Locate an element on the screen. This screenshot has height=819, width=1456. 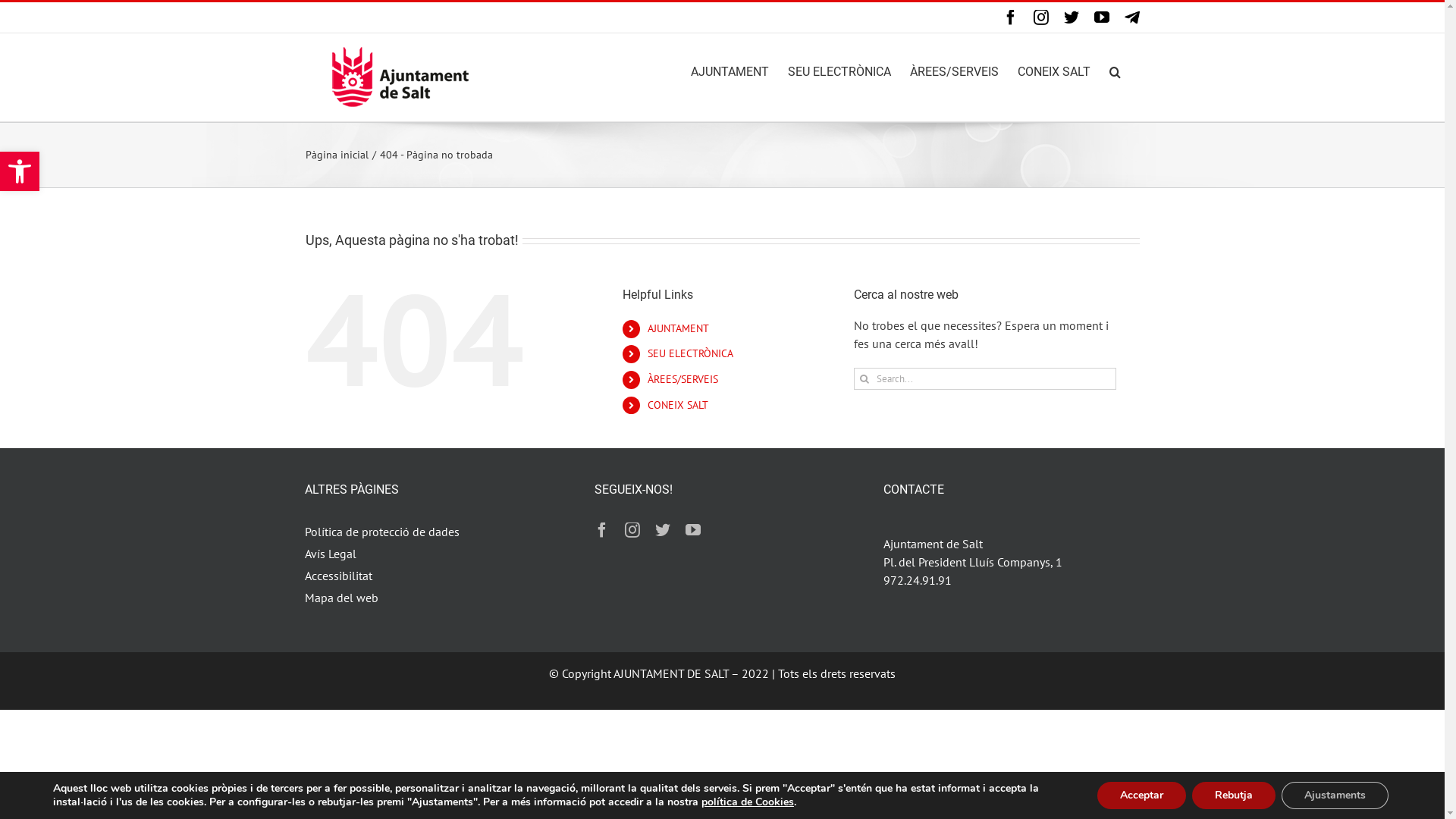
'AJUNTAMENT' is located at coordinates (729, 71).